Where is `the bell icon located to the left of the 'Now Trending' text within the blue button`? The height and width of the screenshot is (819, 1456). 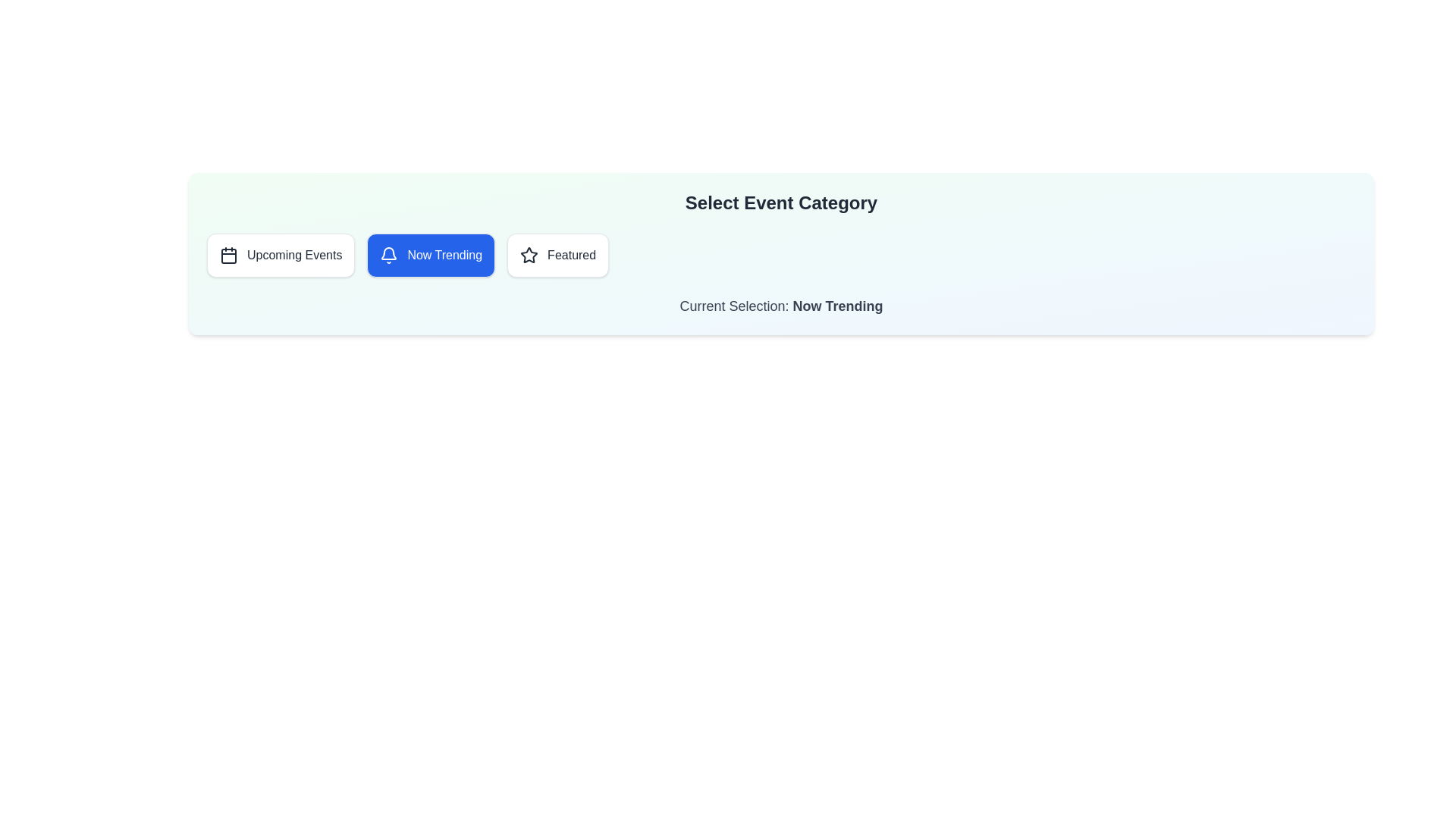
the bell icon located to the left of the 'Now Trending' text within the blue button is located at coordinates (389, 254).